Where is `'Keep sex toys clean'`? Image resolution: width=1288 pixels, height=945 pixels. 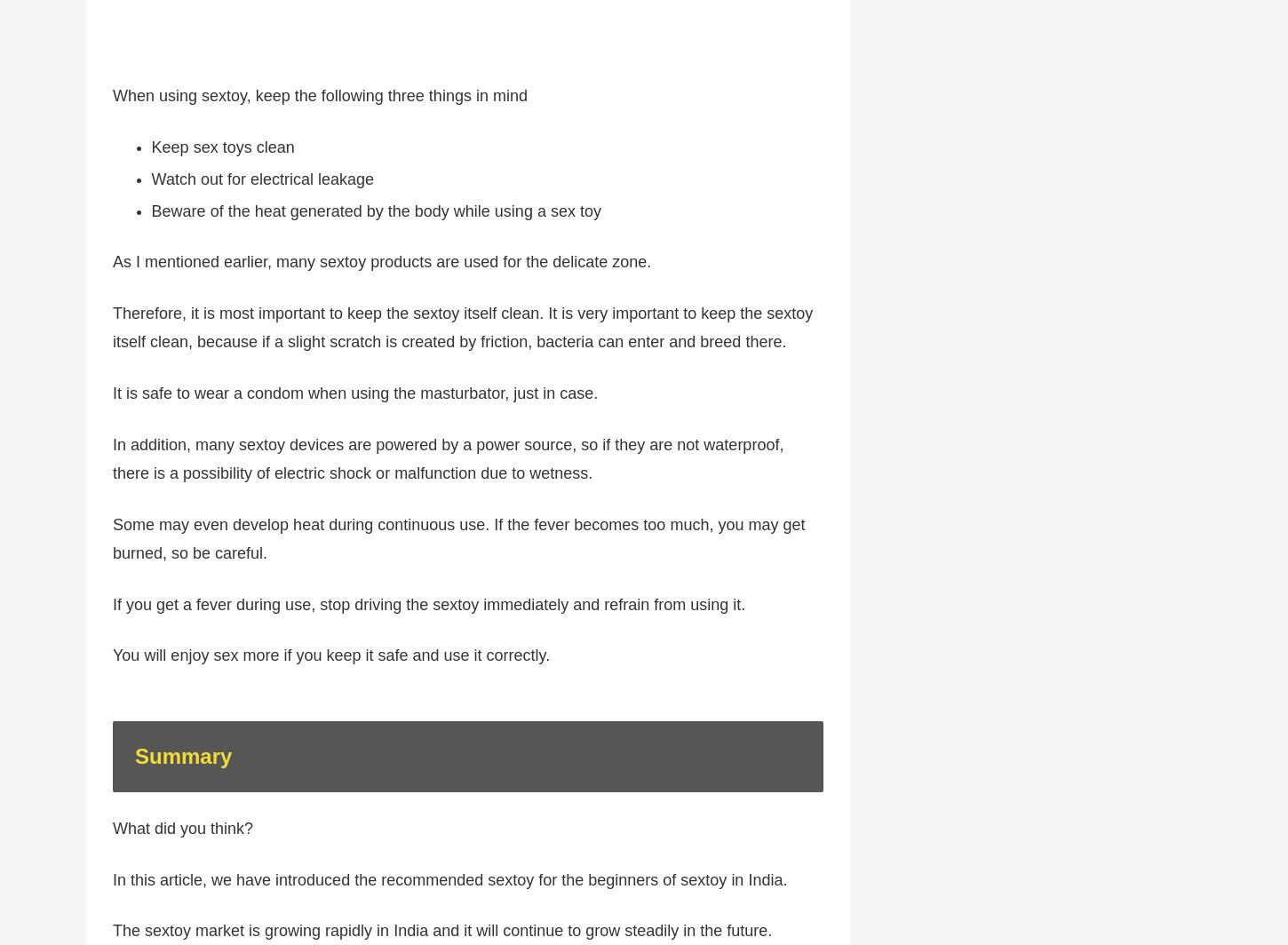 'Keep sex toys clean' is located at coordinates (149, 157).